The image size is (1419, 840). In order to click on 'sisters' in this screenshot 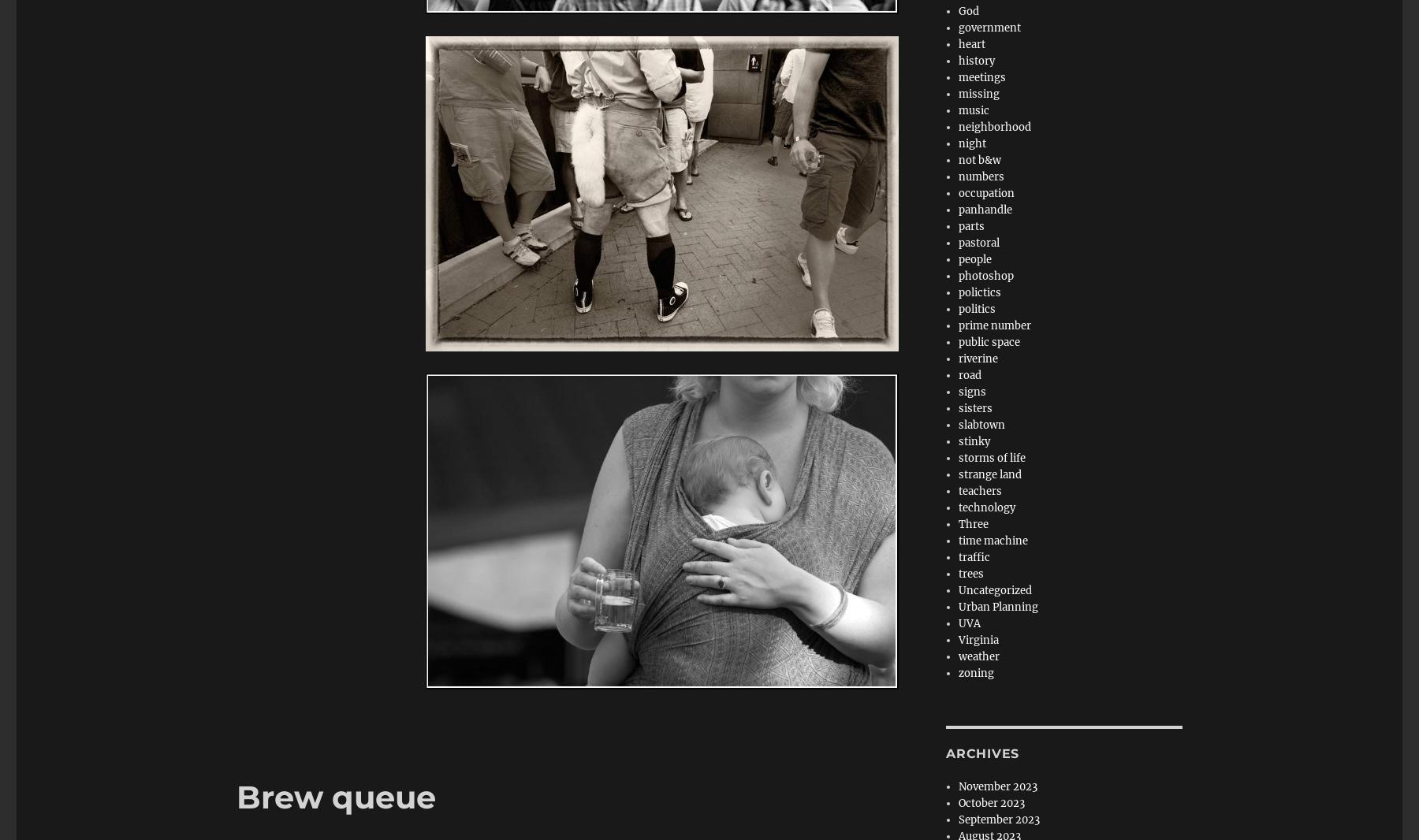, I will do `click(974, 408)`.